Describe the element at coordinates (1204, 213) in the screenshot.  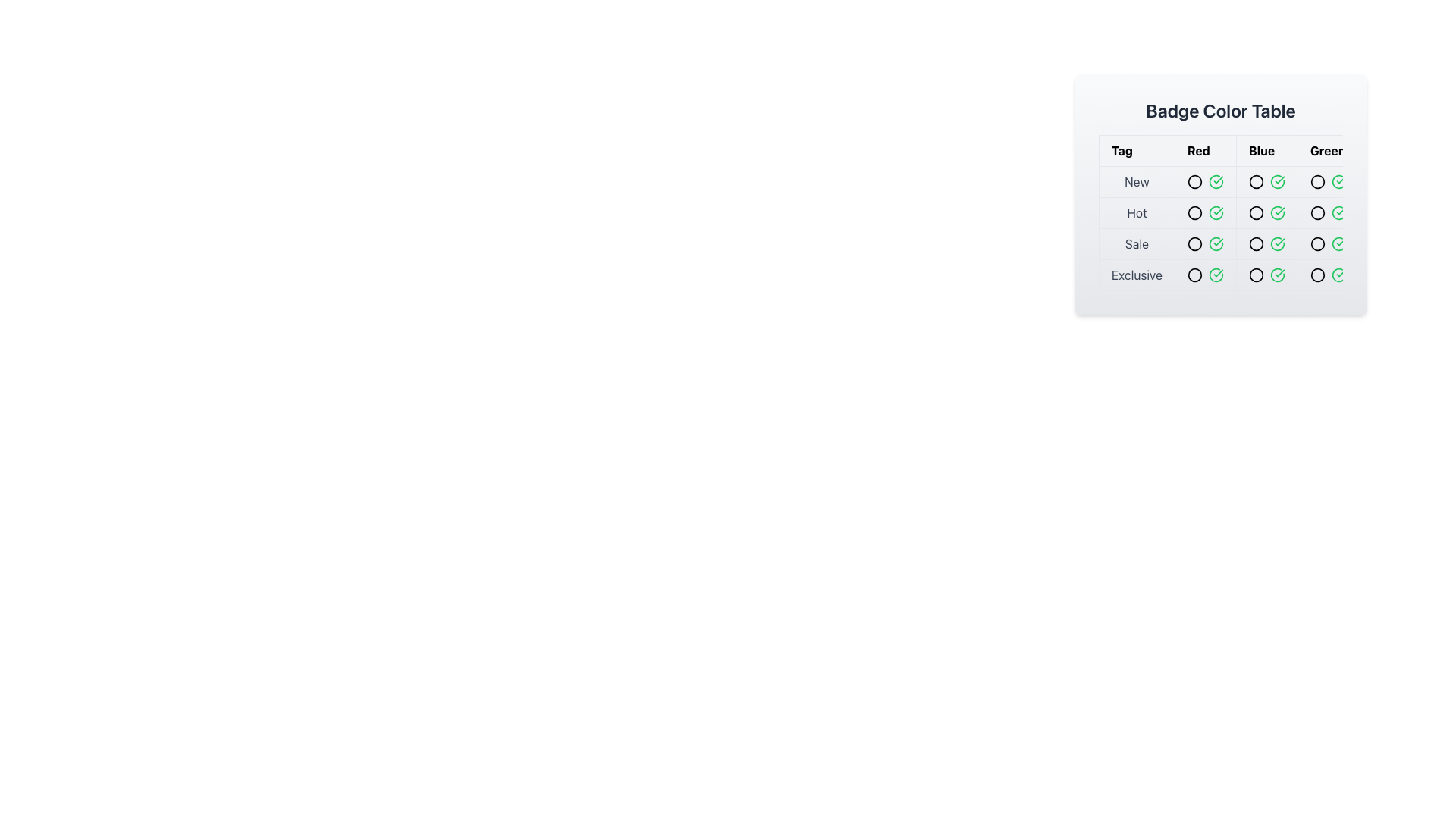
I see `the Icon group in the second cell of the second row labeled 'Hot' in the 'Badge Color Table'` at that location.